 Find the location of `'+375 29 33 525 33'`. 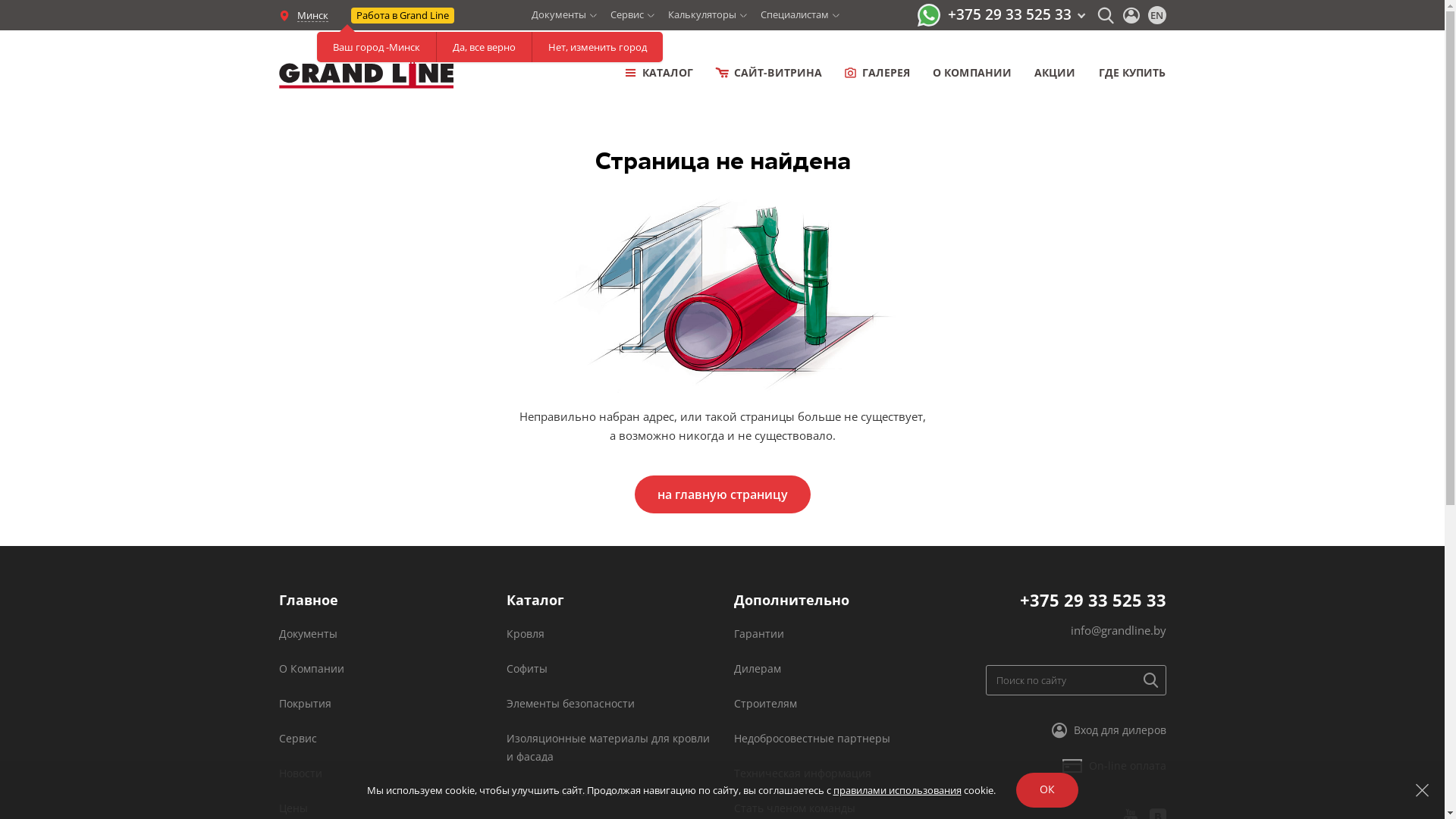

'+375 29 33 525 33' is located at coordinates (1016, 14).